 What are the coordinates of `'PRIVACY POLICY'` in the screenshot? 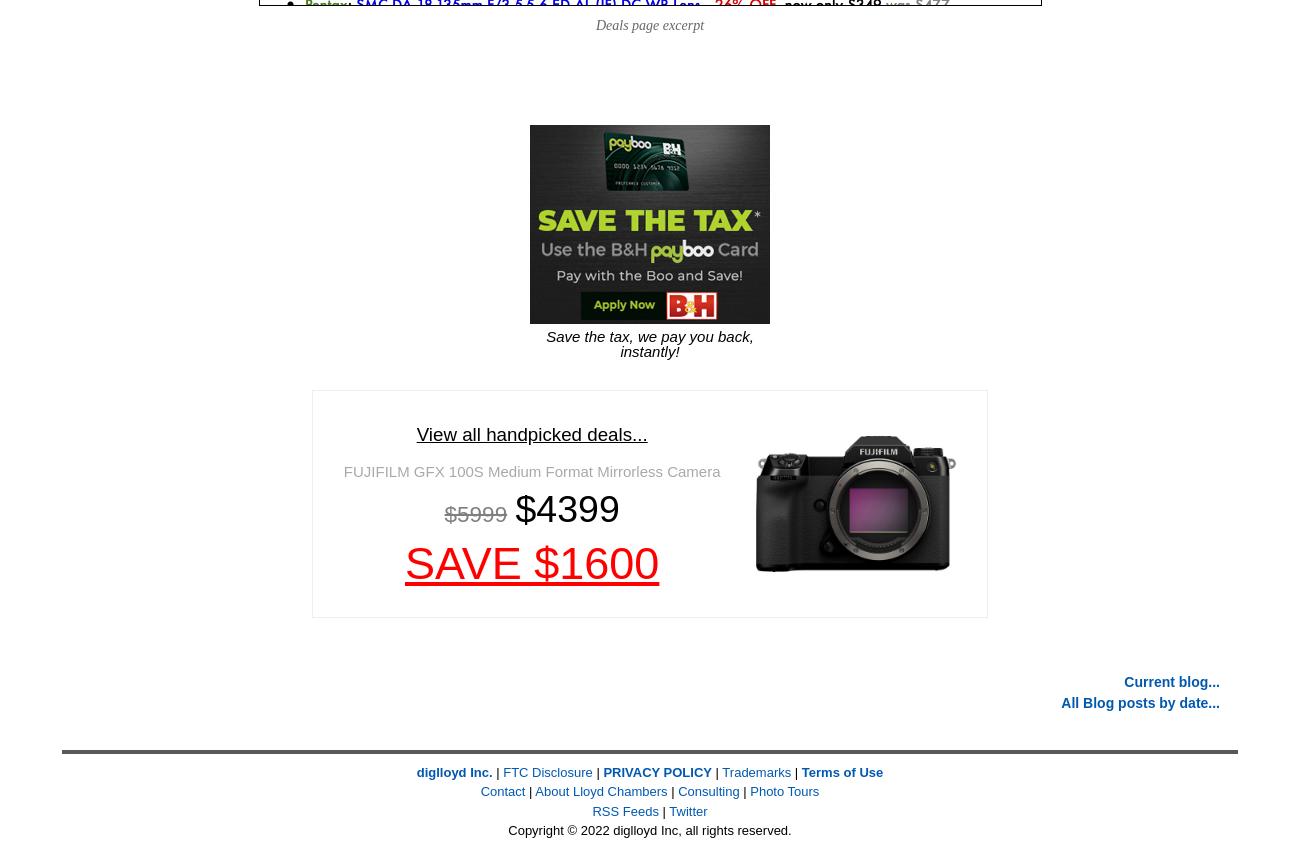 It's located at (602, 770).